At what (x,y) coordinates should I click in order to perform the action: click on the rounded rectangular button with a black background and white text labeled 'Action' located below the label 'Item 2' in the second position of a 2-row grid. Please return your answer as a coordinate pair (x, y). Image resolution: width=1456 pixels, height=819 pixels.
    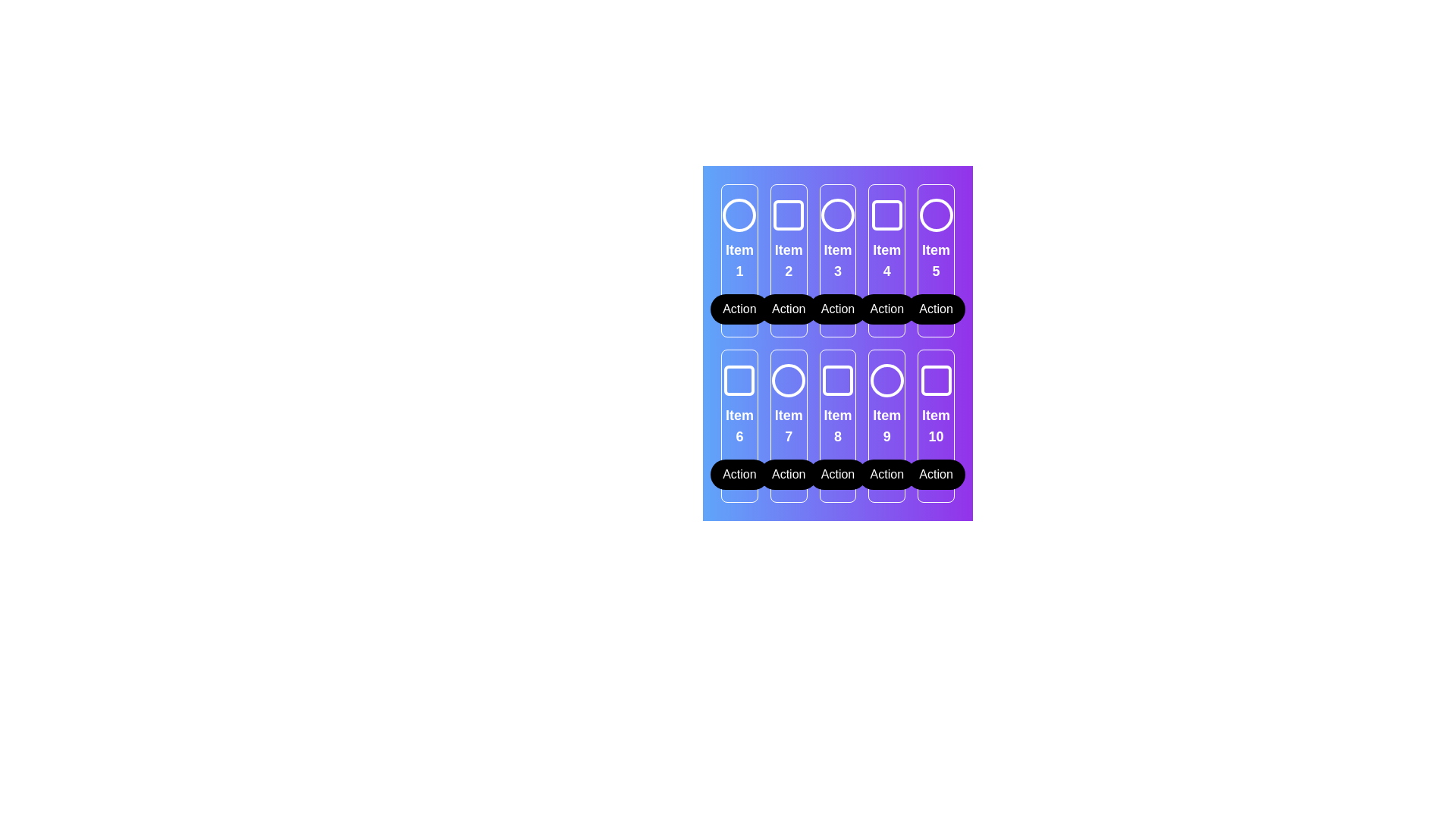
    Looking at the image, I should click on (789, 309).